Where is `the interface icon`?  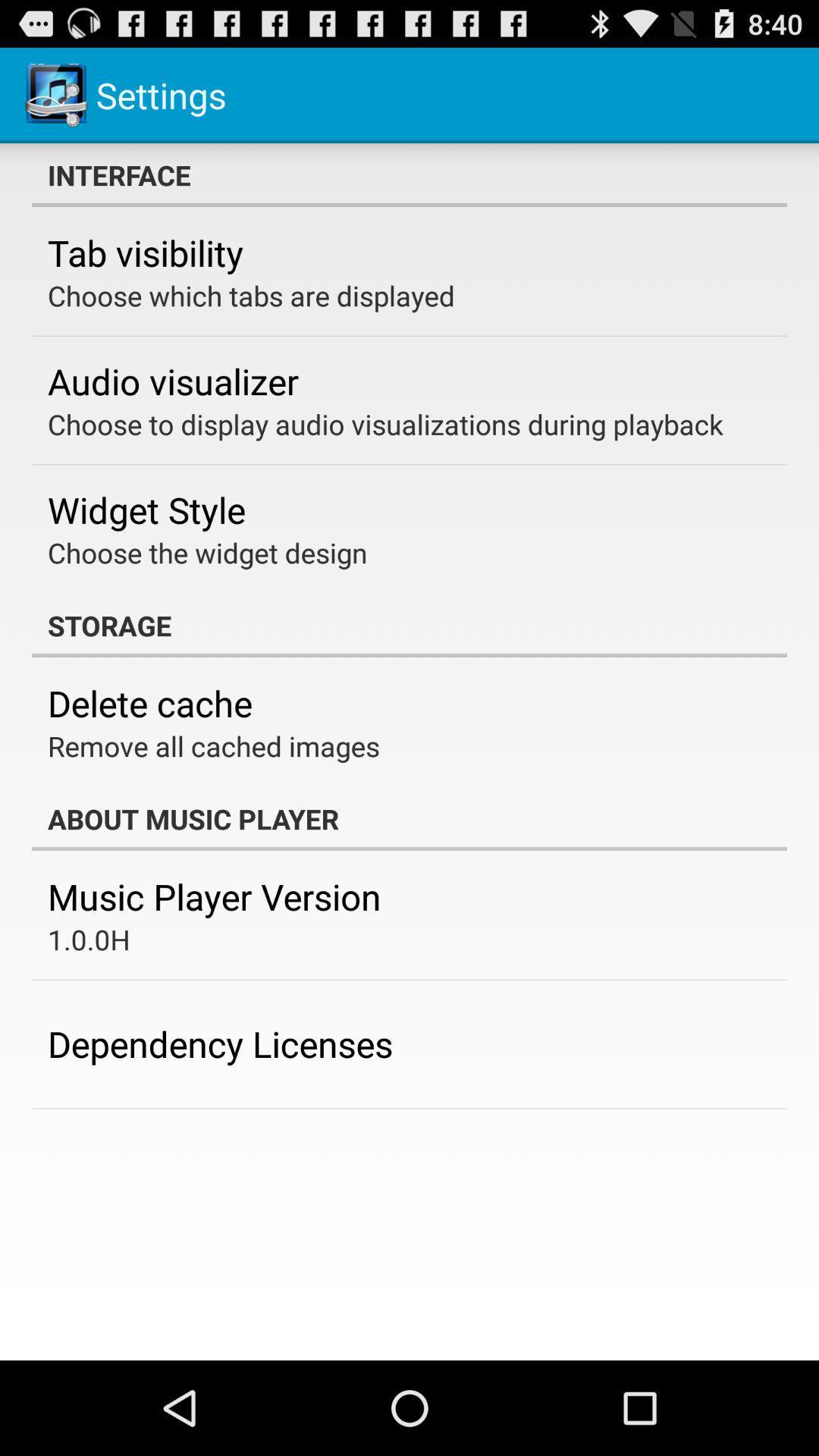
the interface icon is located at coordinates (409, 174).